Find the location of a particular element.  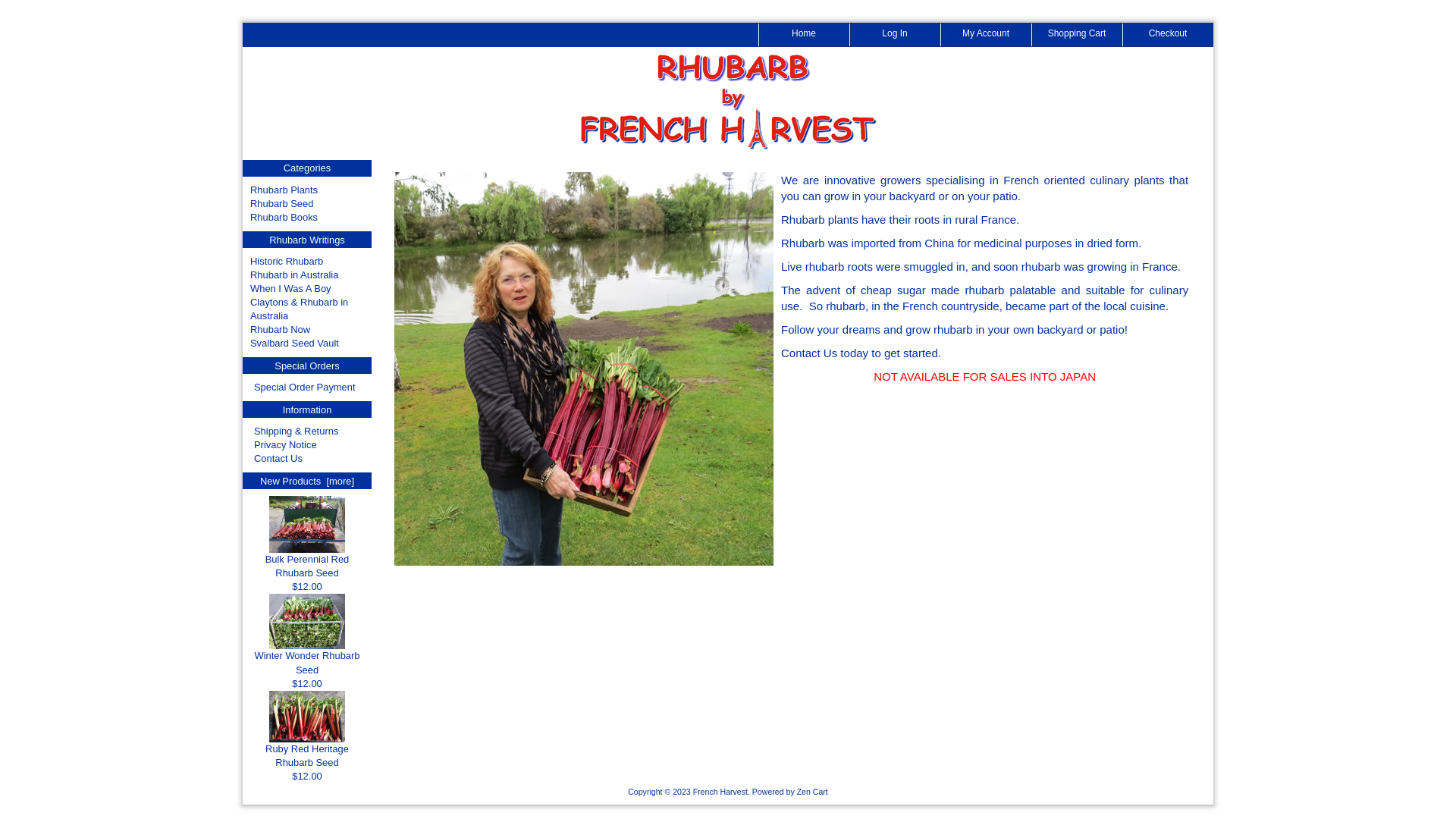

'Shopping Cart' is located at coordinates (1076, 34).